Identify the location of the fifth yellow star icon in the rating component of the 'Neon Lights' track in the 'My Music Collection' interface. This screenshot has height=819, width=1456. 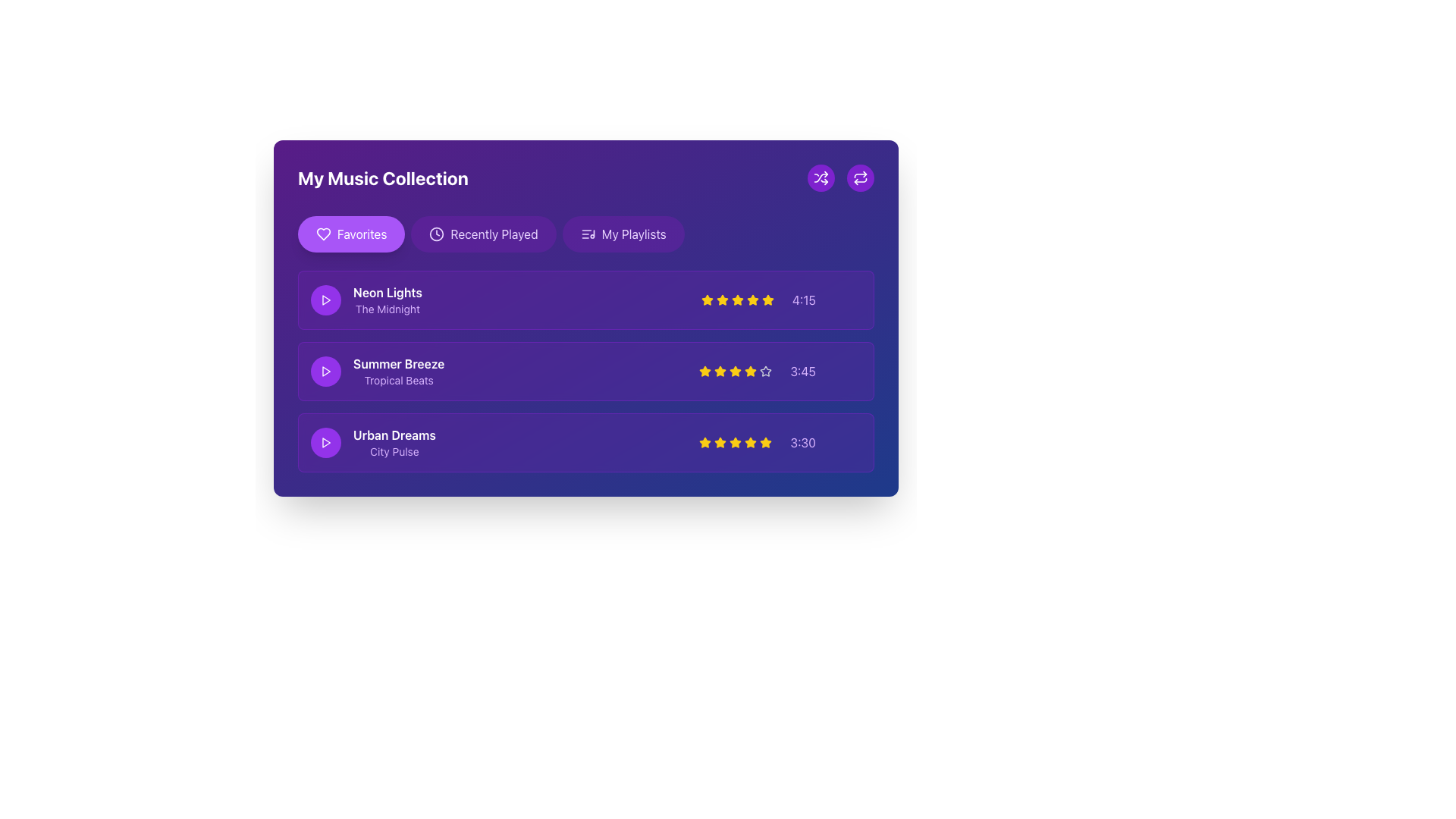
(752, 300).